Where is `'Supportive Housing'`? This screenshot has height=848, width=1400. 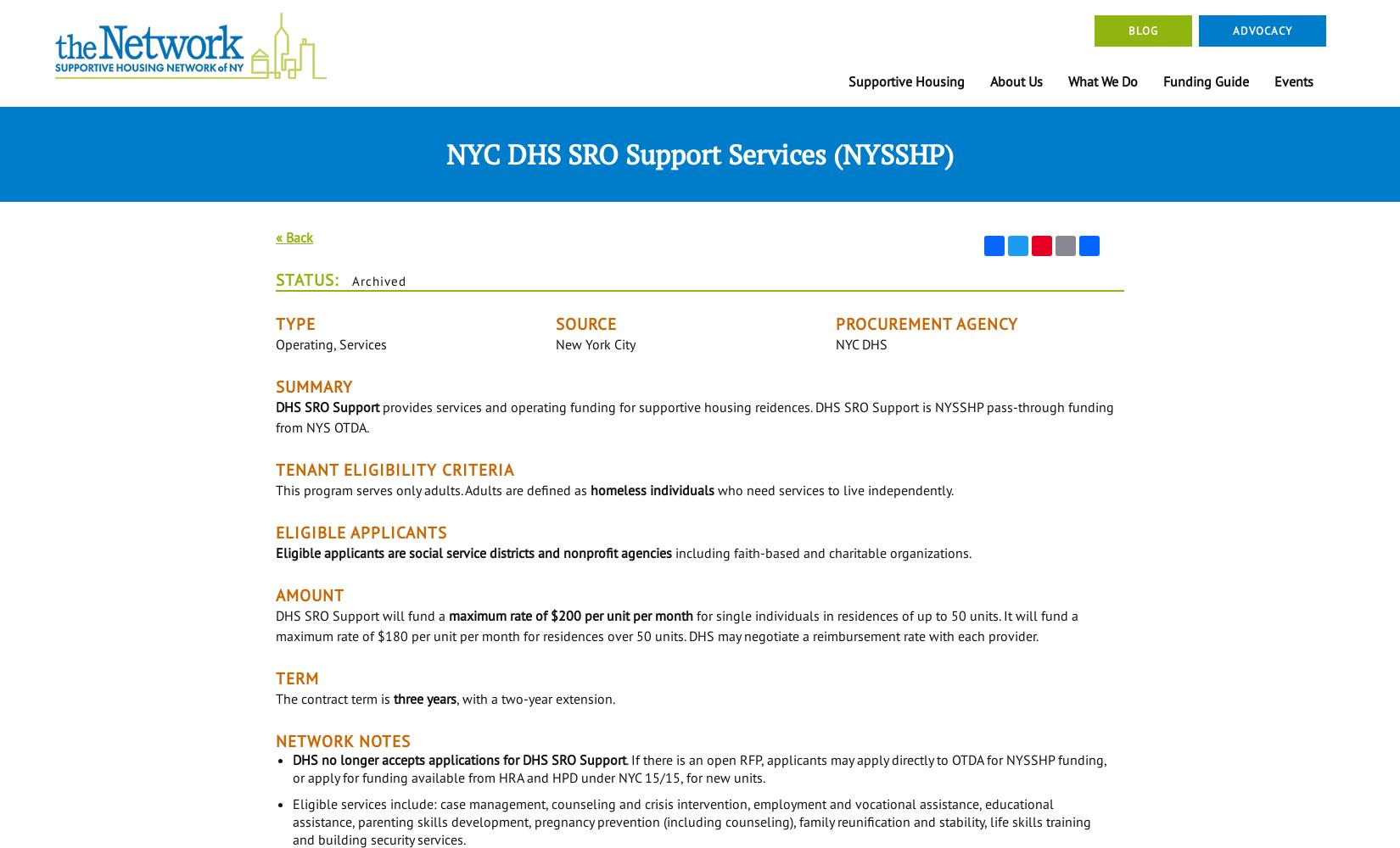
'Supportive Housing' is located at coordinates (848, 81).